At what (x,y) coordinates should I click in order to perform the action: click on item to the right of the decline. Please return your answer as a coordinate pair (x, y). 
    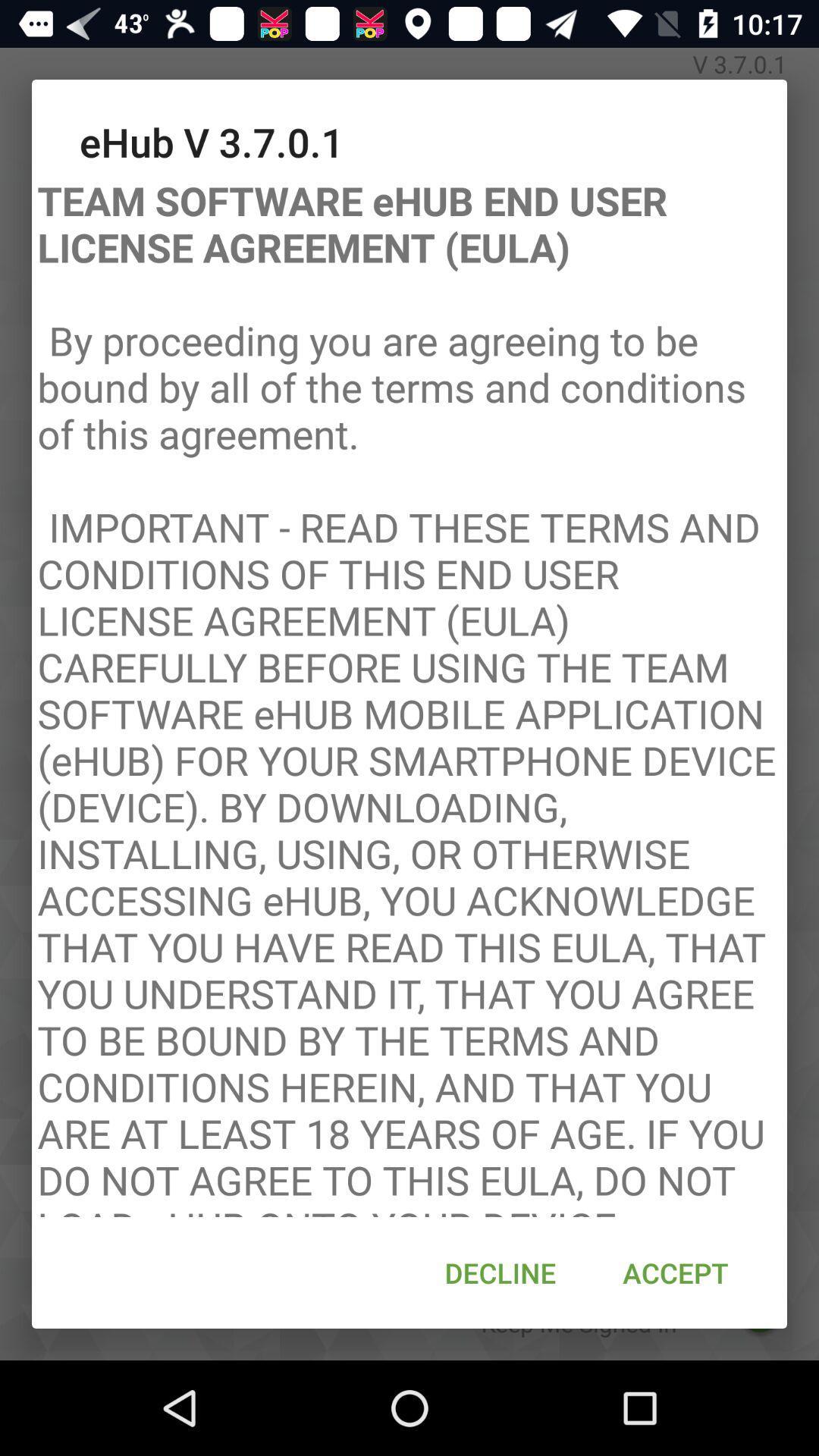
    Looking at the image, I should click on (675, 1272).